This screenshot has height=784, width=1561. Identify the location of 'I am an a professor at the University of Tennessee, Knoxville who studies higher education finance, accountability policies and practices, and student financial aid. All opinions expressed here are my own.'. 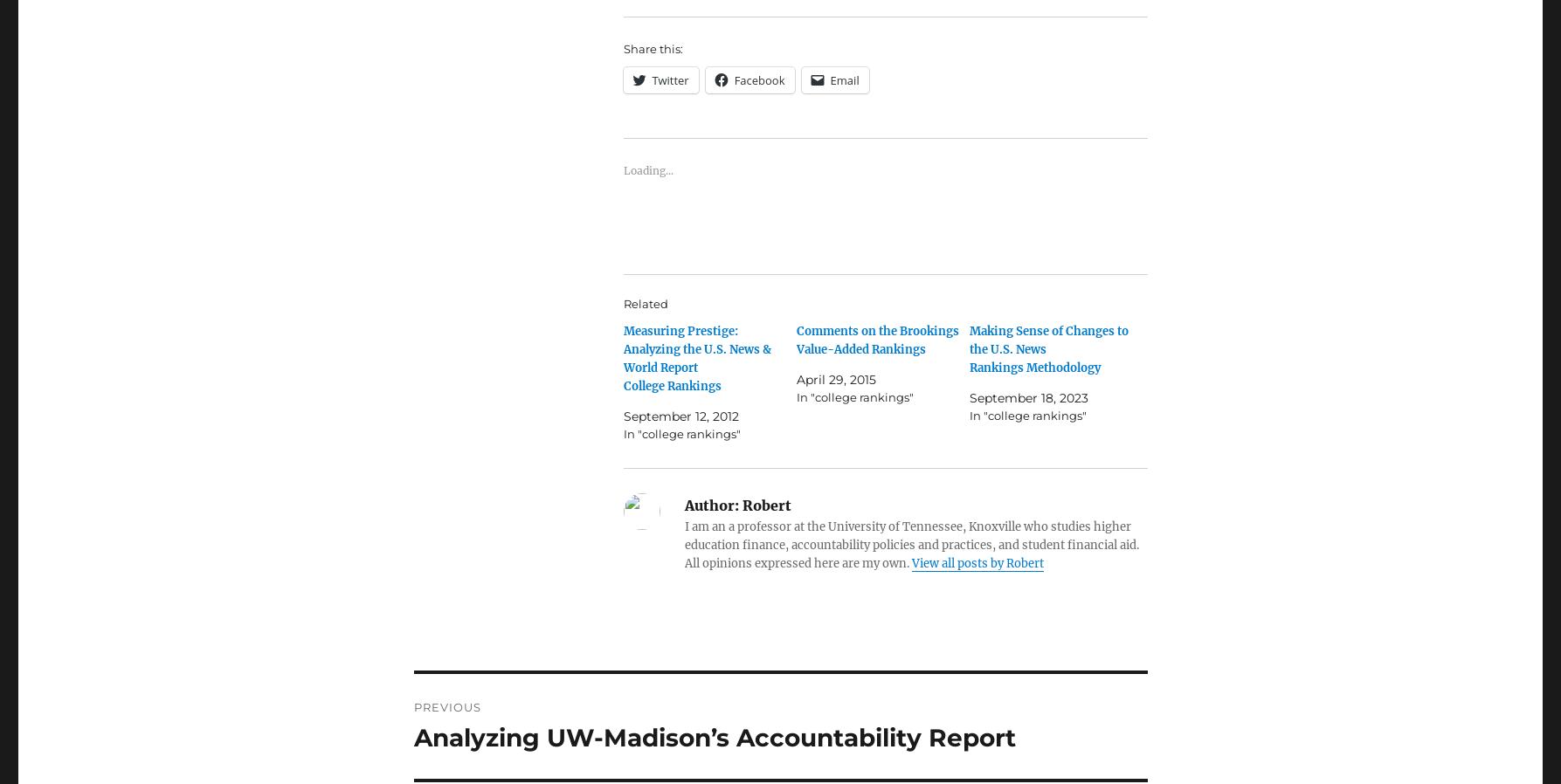
(910, 544).